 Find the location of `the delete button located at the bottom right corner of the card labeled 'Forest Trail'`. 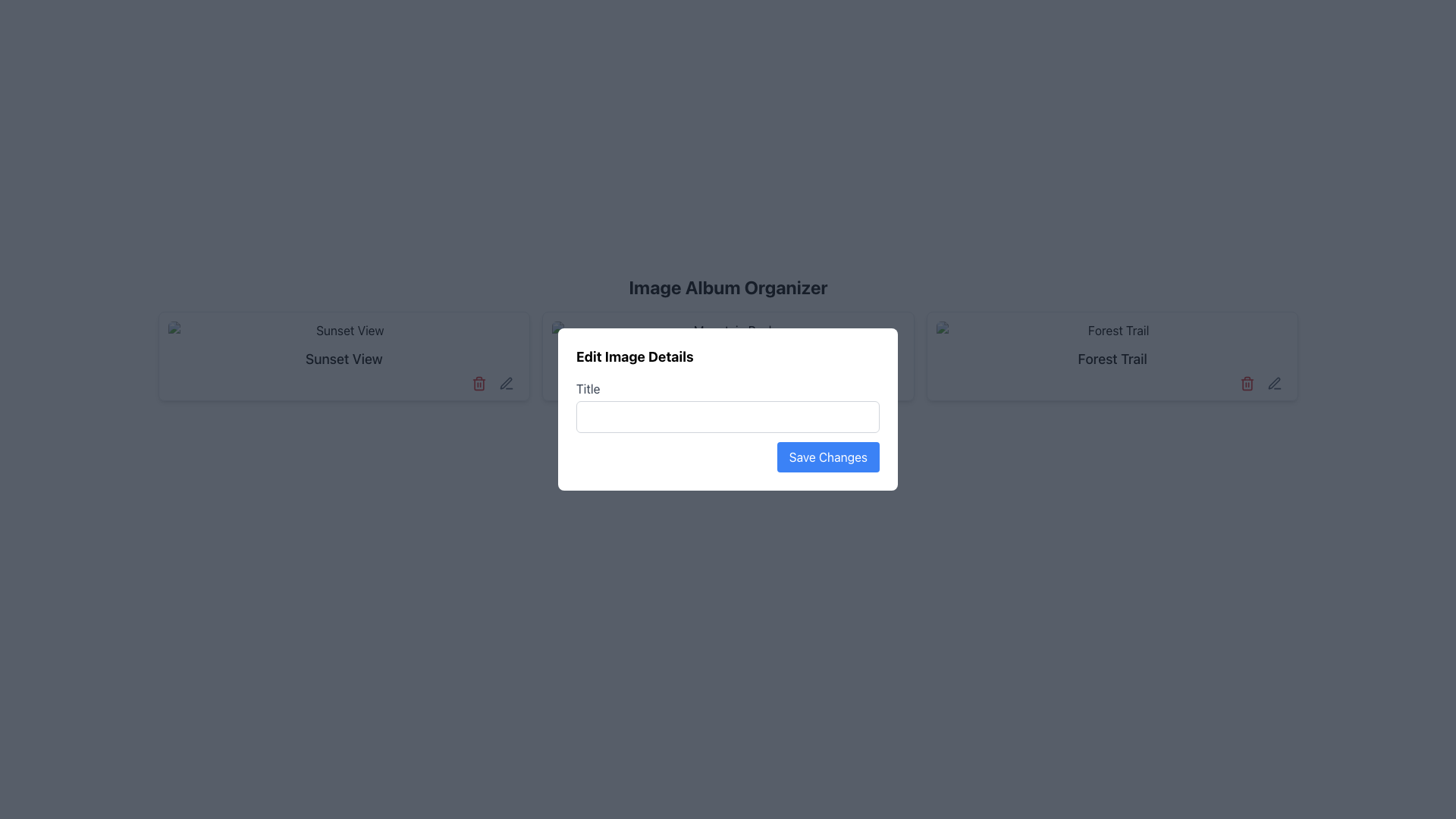

the delete button located at the bottom right corner of the card labeled 'Forest Trail' is located at coordinates (1247, 382).